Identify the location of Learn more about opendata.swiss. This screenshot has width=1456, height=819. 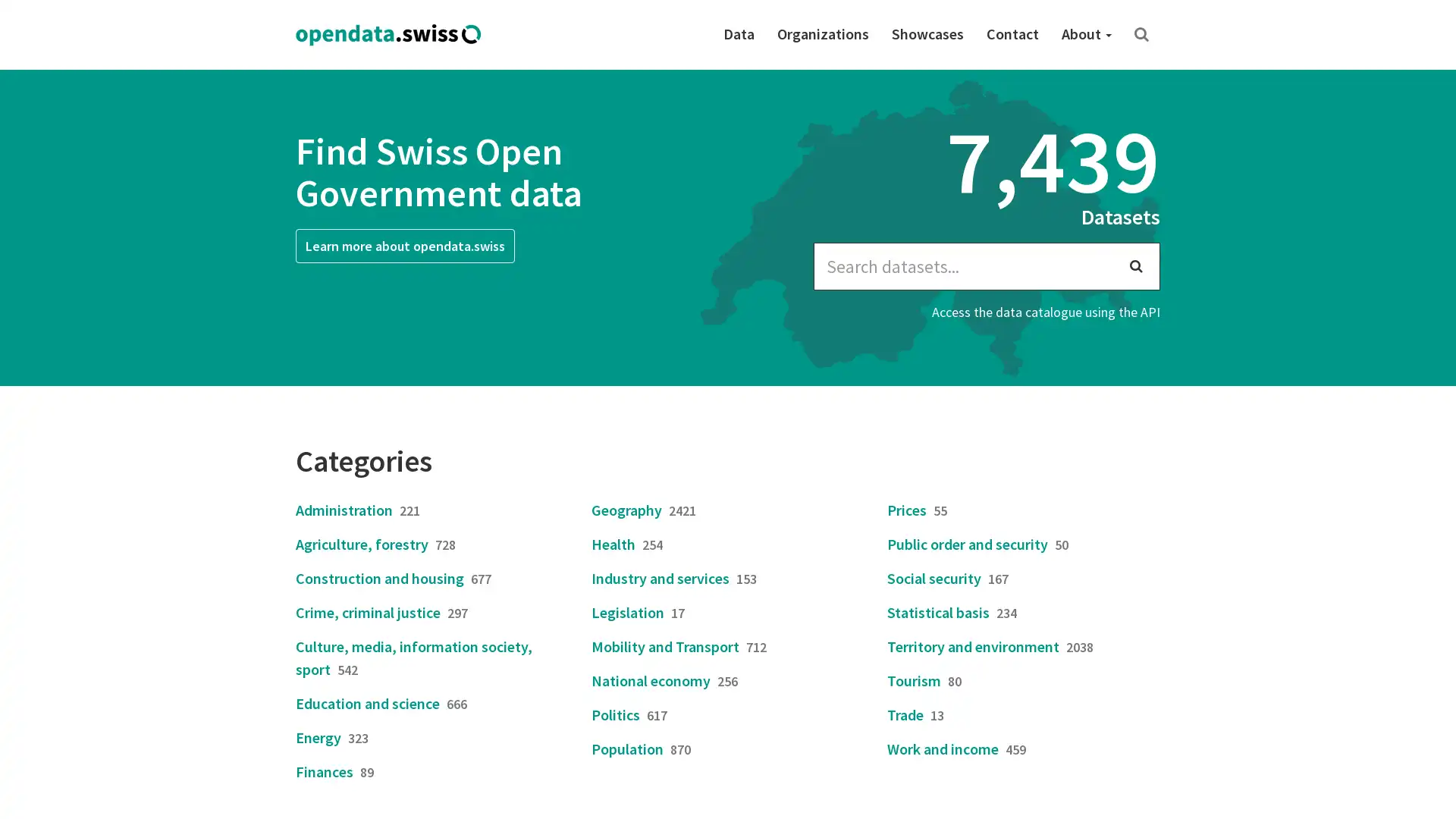
(405, 245).